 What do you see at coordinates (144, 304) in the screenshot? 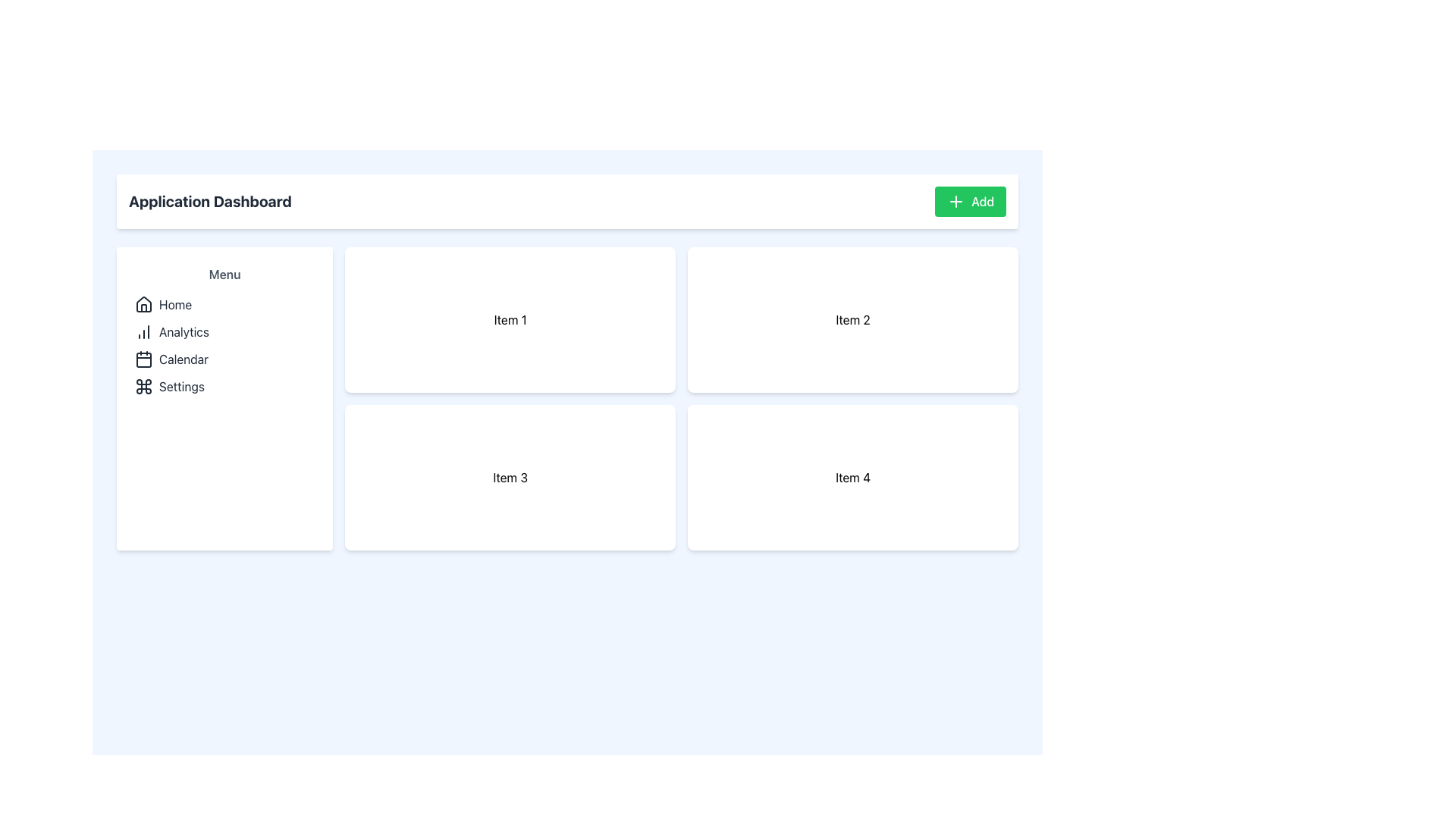
I see `the roof part of the house icon in the sidebar menu, which is visually represented as a triangular shape above the door illustration` at bounding box center [144, 304].